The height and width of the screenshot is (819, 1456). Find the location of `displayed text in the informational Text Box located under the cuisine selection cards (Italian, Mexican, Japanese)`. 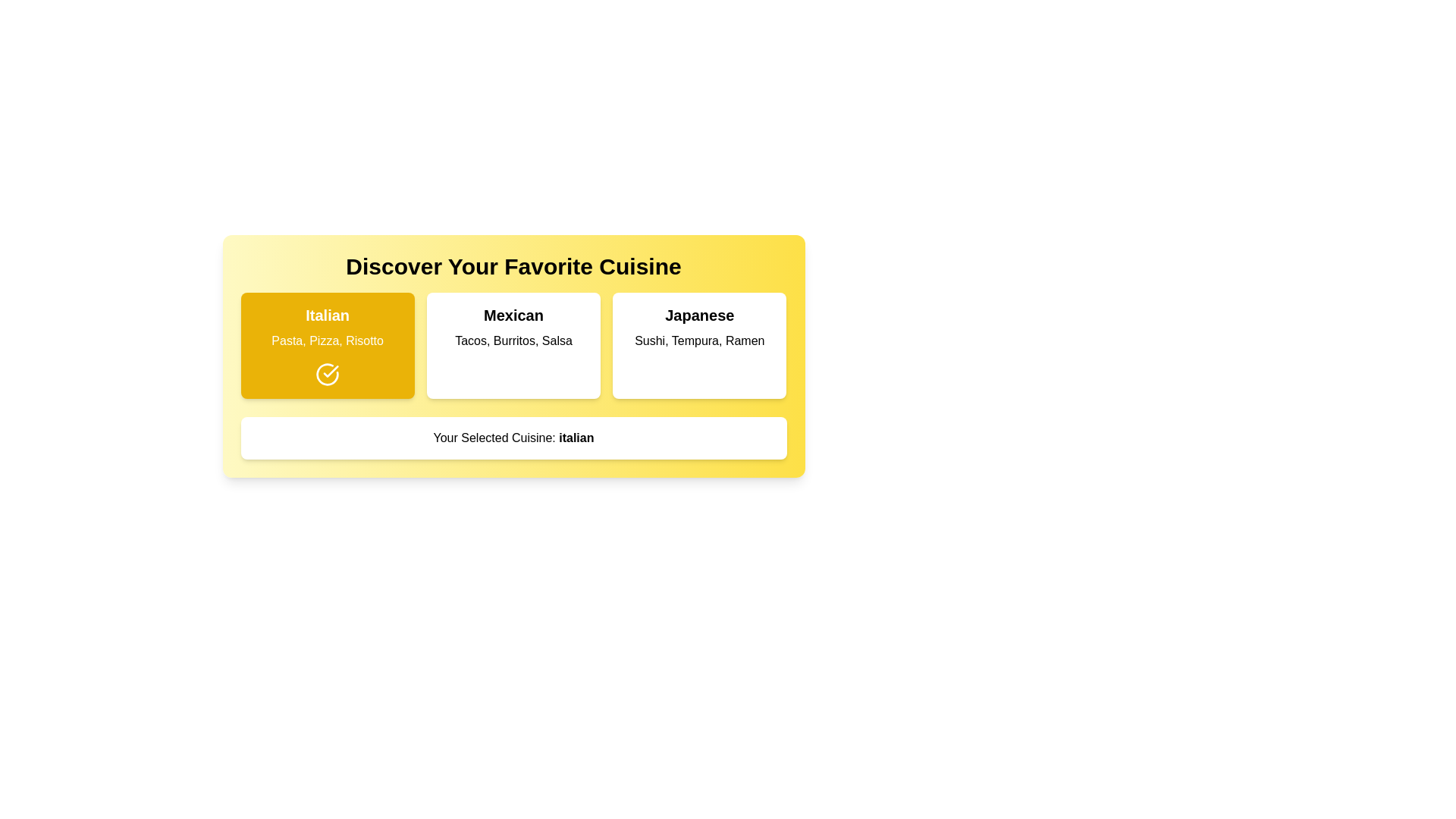

displayed text in the informational Text Box located under the cuisine selection cards (Italian, Mexican, Japanese) is located at coordinates (513, 438).